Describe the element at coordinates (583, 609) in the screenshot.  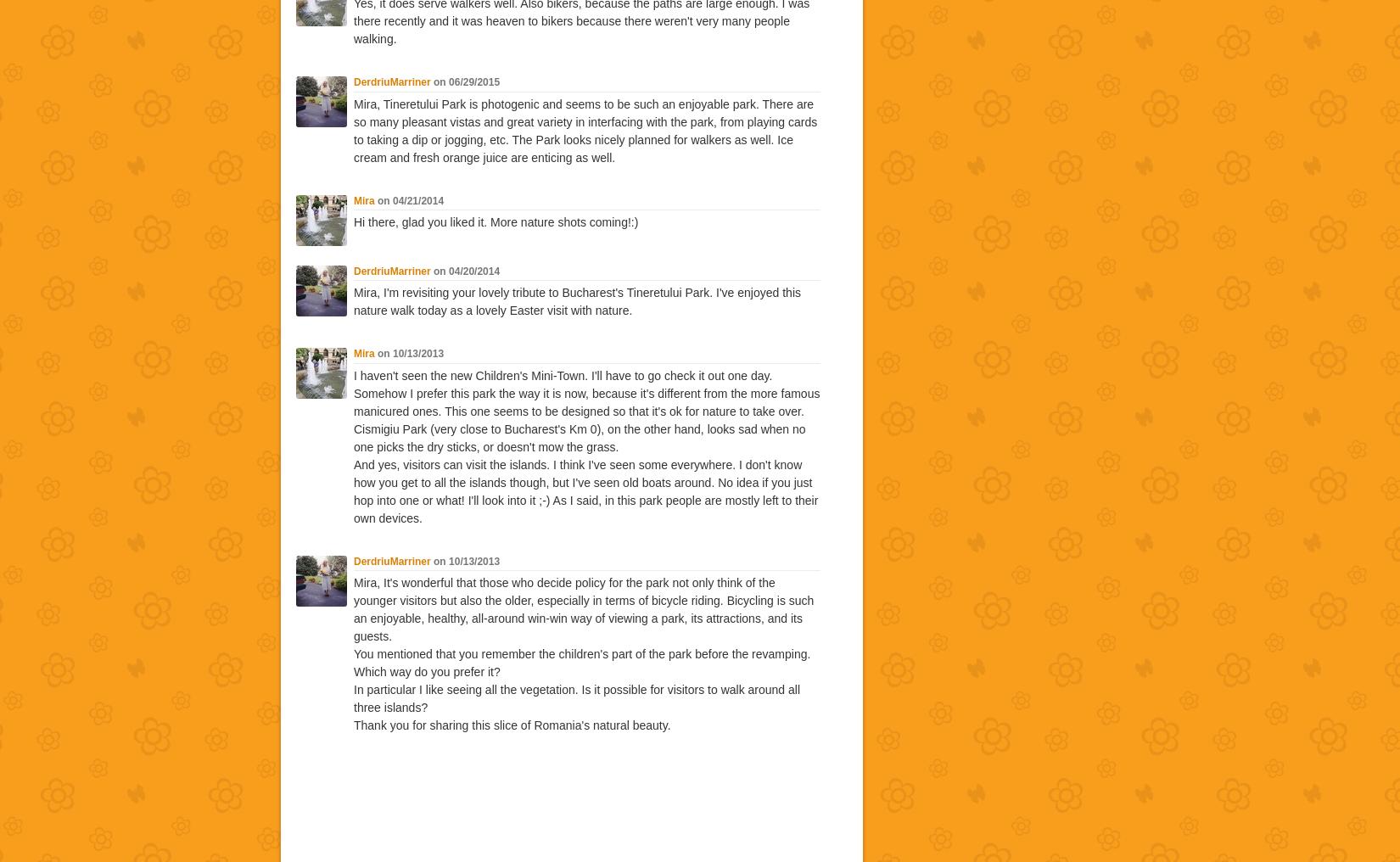
I see `'Mira, It's wonderful that those who decide policy for the park not only think of the younger visitors but also the older, especially in terms of bicycle riding. Bicycling is such an enjoyable, healthy, all-around win-win way of viewing a park, its attractions, and its guests.'` at that location.